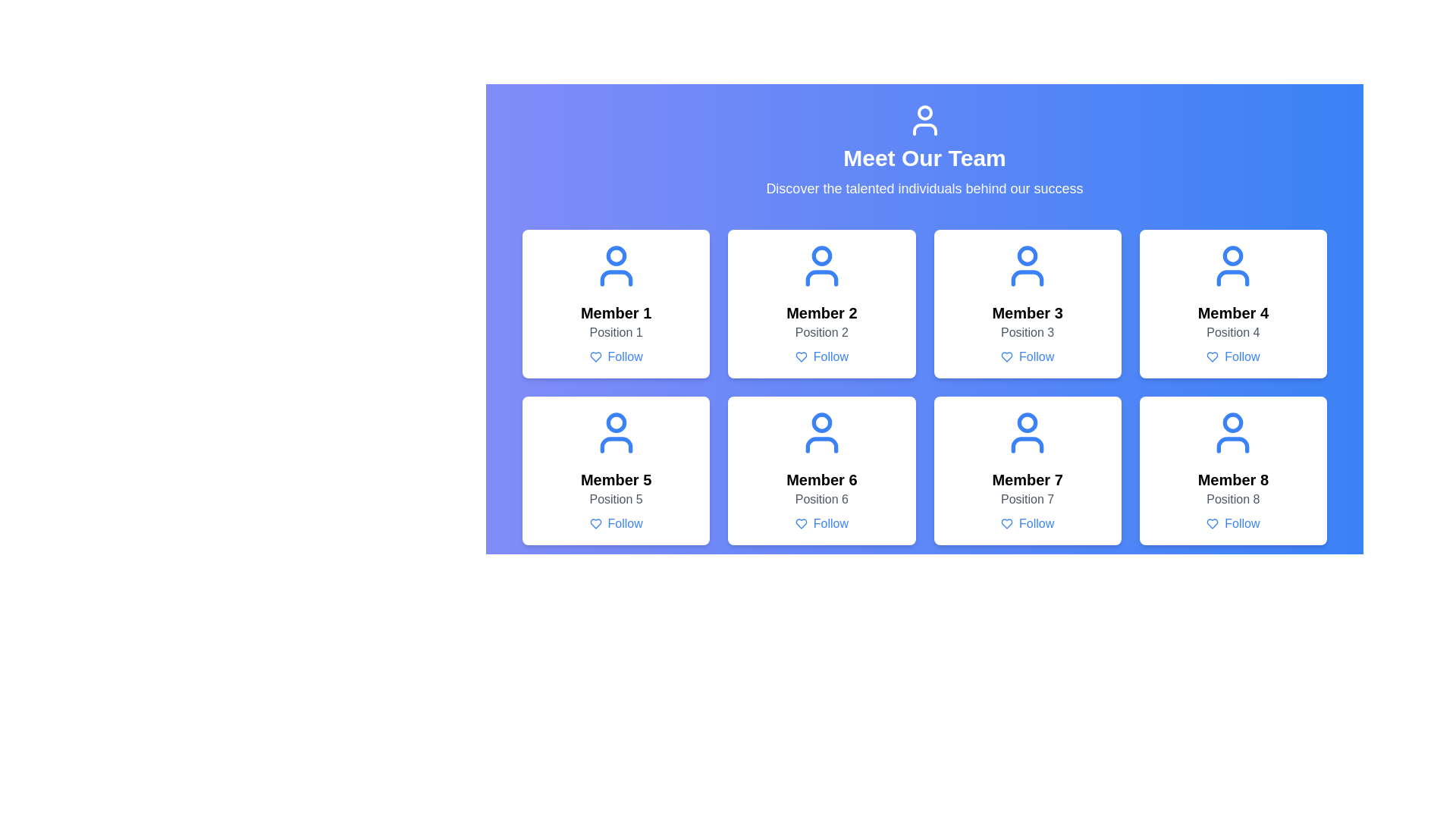 The height and width of the screenshot is (819, 1456). What do you see at coordinates (821, 356) in the screenshot?
I see `the 'Follow' button next to the heart icon for 'Member 2'` at bounding box center [821, 356].